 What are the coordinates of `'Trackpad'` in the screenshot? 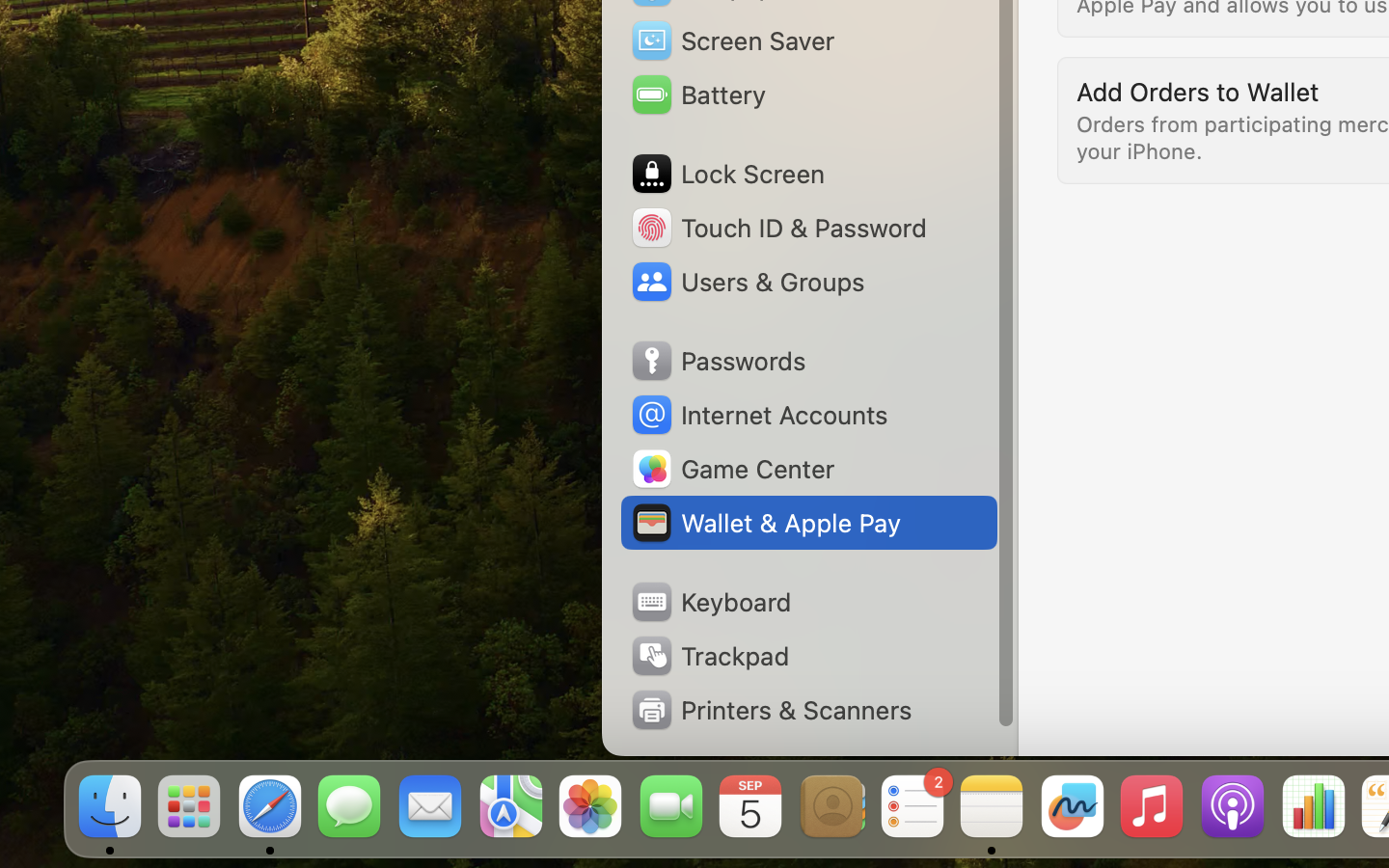 It's located at (707, 655).